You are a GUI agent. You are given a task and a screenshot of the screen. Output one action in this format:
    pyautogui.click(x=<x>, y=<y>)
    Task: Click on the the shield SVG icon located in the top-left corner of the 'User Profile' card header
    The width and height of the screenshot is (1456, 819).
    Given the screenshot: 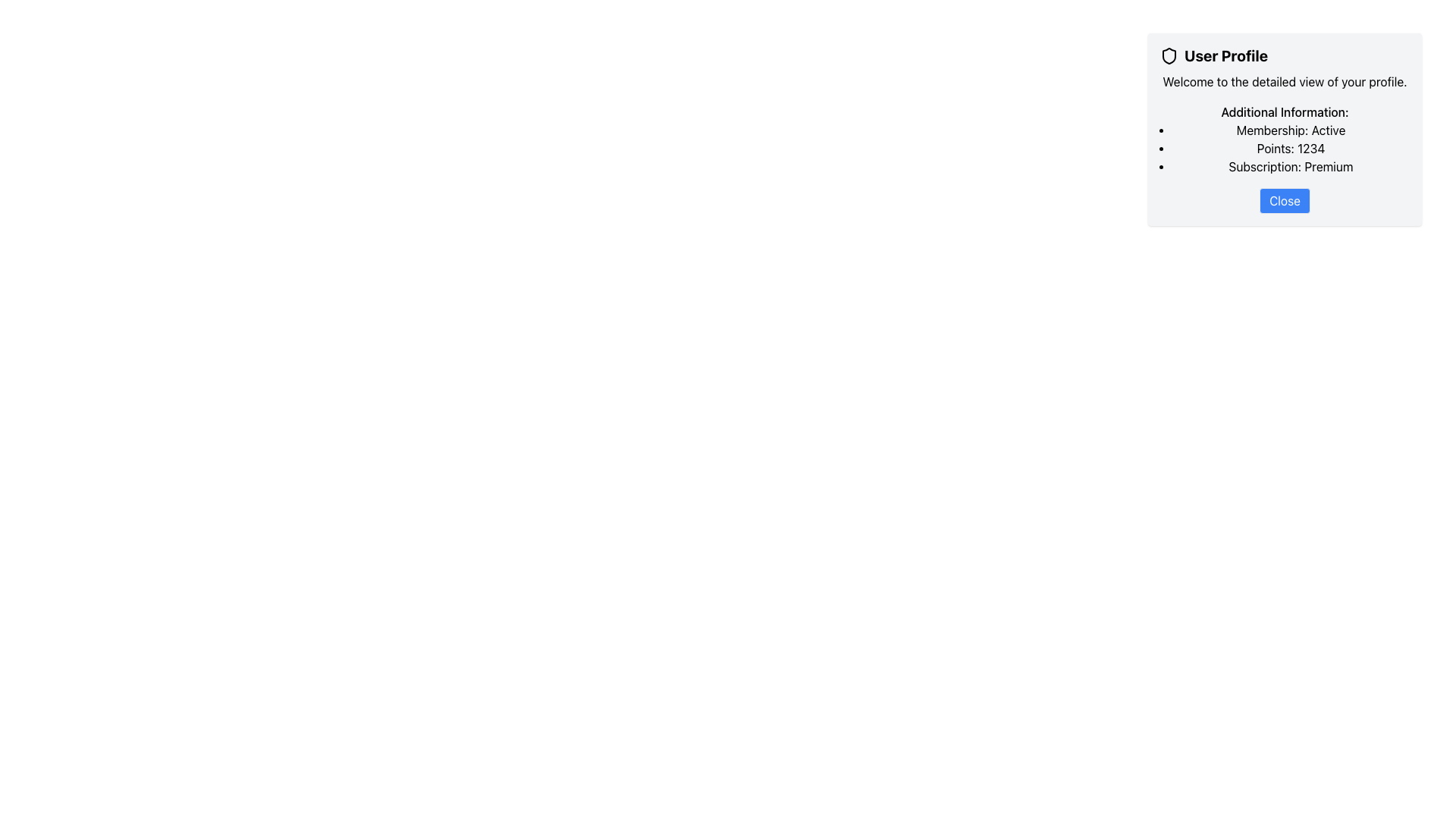 What is the action you would take?
    pyautogui.click(x=1168, y=55)
    